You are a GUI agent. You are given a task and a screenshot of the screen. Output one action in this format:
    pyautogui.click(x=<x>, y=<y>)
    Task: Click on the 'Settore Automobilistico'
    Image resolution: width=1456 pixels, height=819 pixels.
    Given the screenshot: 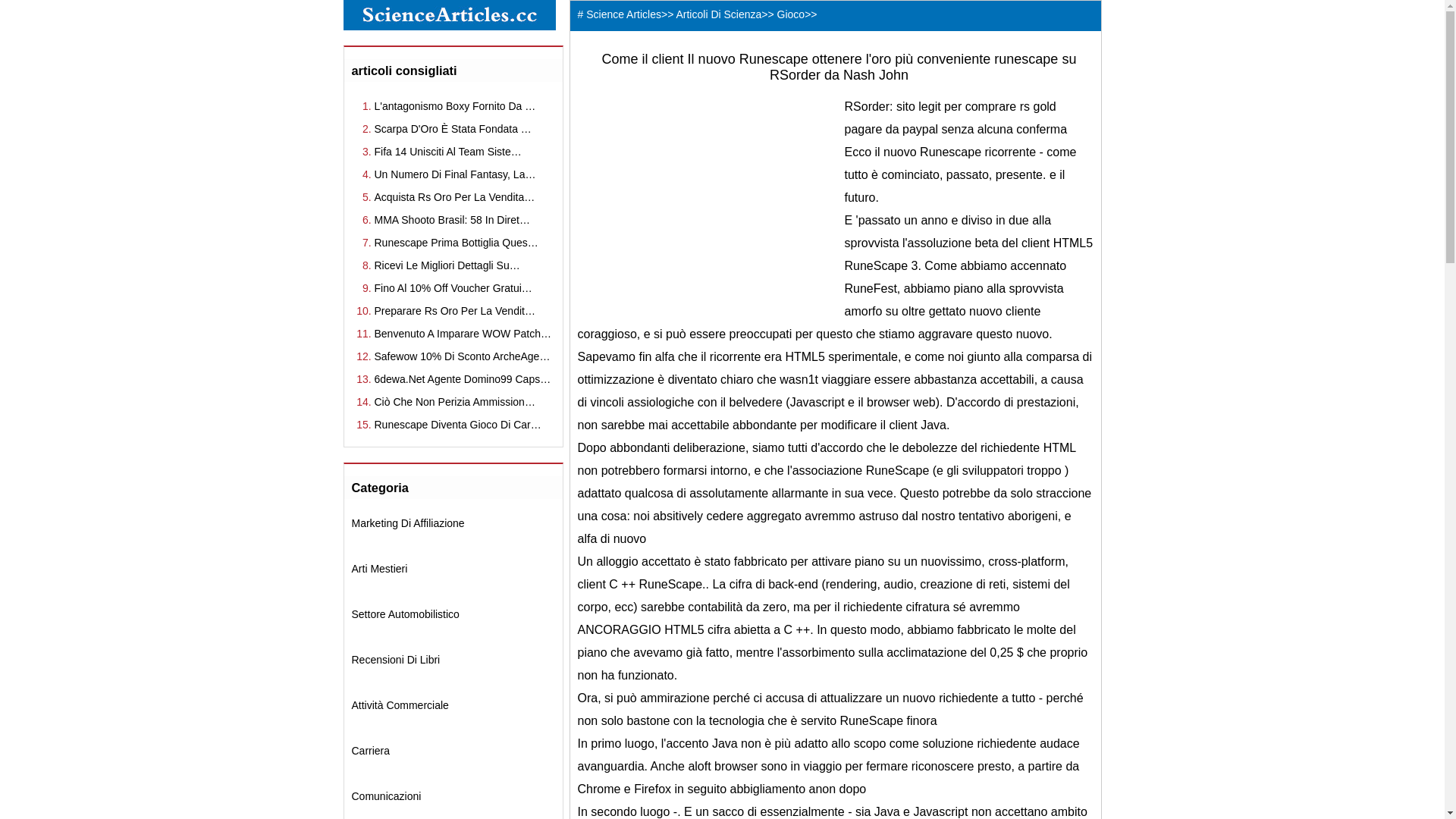 What is the action you would take?
    pyautogui.click(x=351, y=614)
    